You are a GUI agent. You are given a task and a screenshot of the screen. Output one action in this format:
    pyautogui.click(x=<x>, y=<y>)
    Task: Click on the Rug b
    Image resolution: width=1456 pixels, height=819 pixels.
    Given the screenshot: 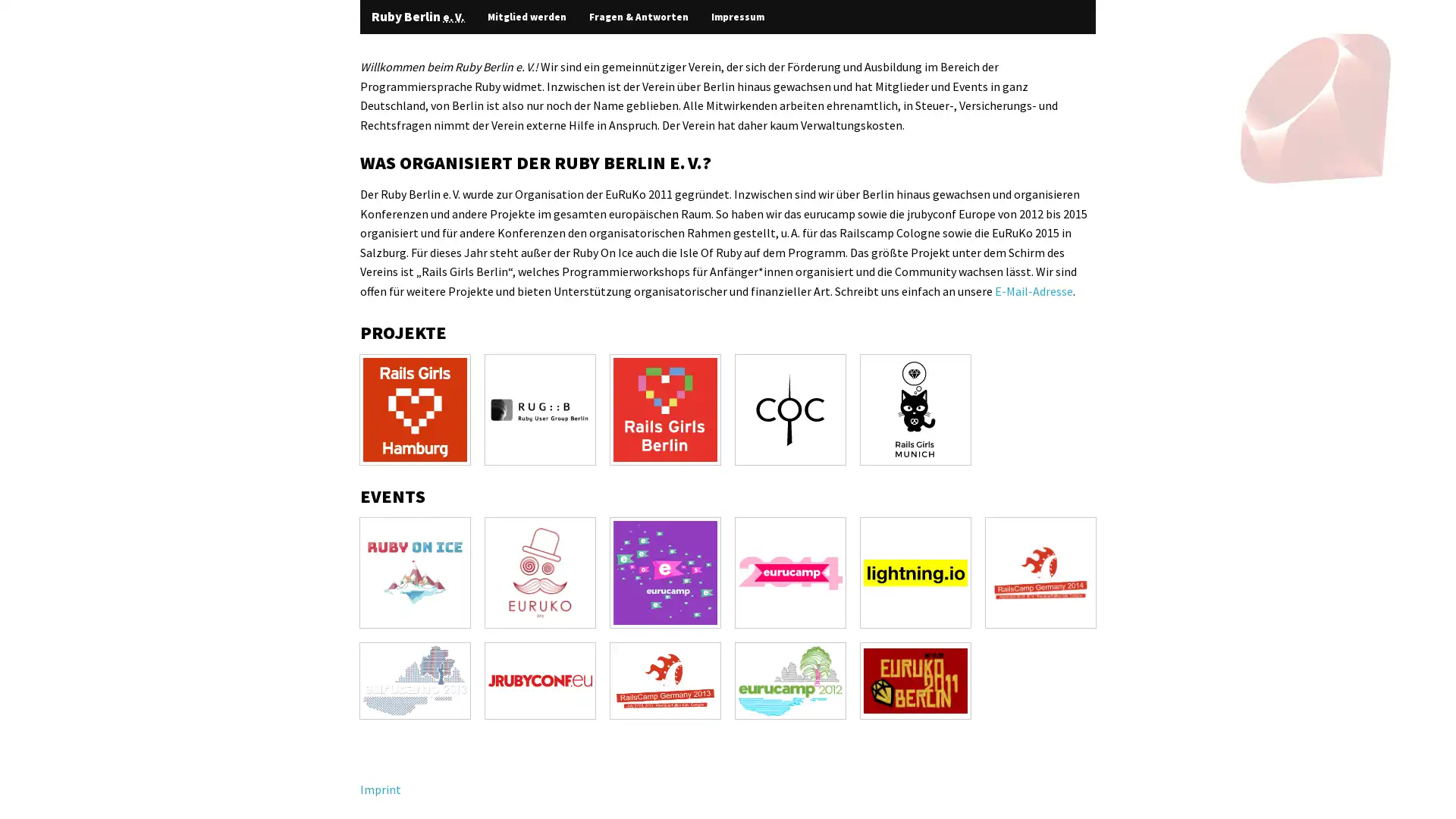 What is the action you would take?
    pyautogui.click(x=540, y=408)
    